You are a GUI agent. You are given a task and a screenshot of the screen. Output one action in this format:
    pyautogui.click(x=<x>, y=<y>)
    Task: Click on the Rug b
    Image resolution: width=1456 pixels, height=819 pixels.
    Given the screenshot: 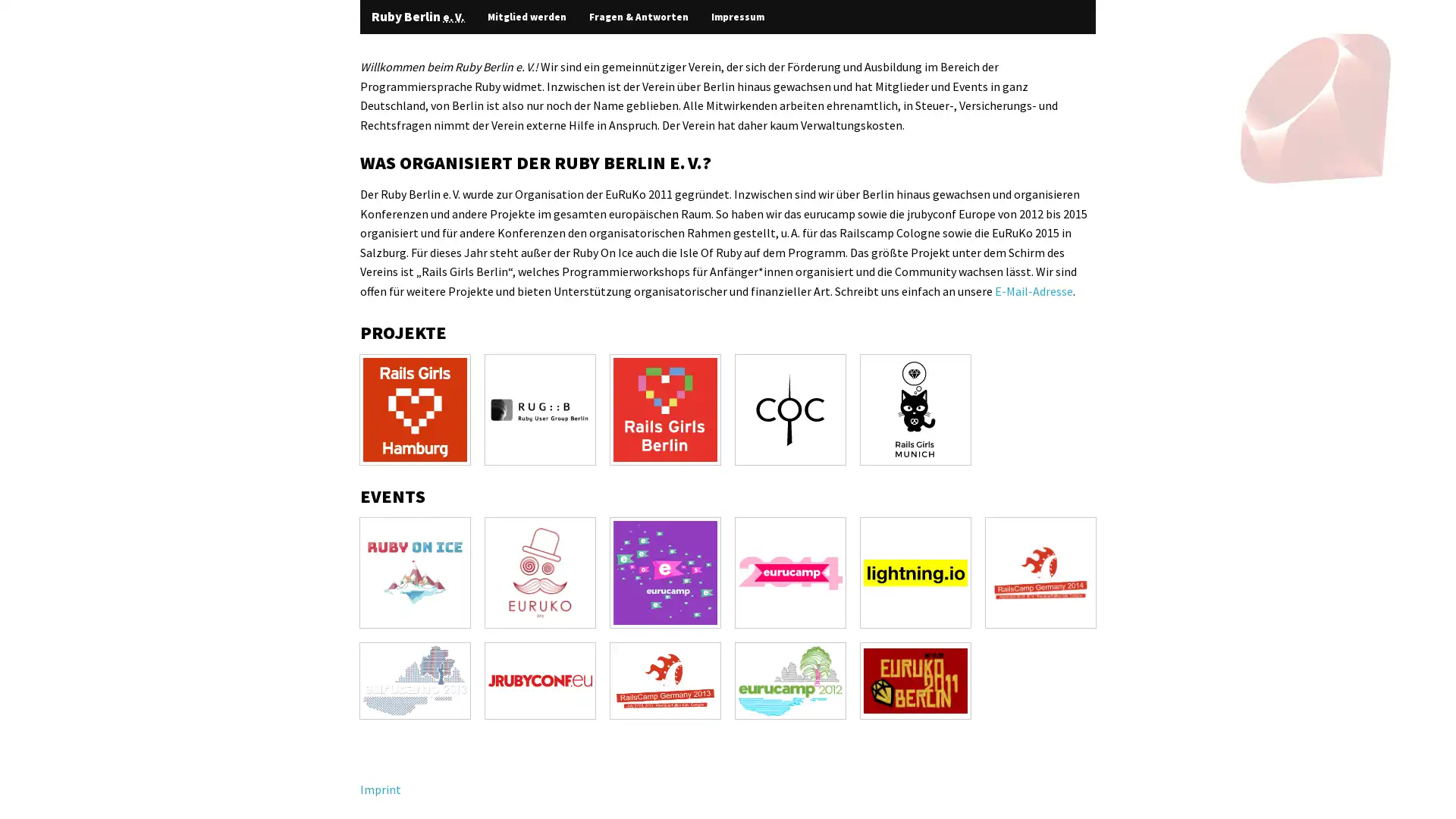 What is the action you would take?
    pyautogui.click(x=540, y=408)
    